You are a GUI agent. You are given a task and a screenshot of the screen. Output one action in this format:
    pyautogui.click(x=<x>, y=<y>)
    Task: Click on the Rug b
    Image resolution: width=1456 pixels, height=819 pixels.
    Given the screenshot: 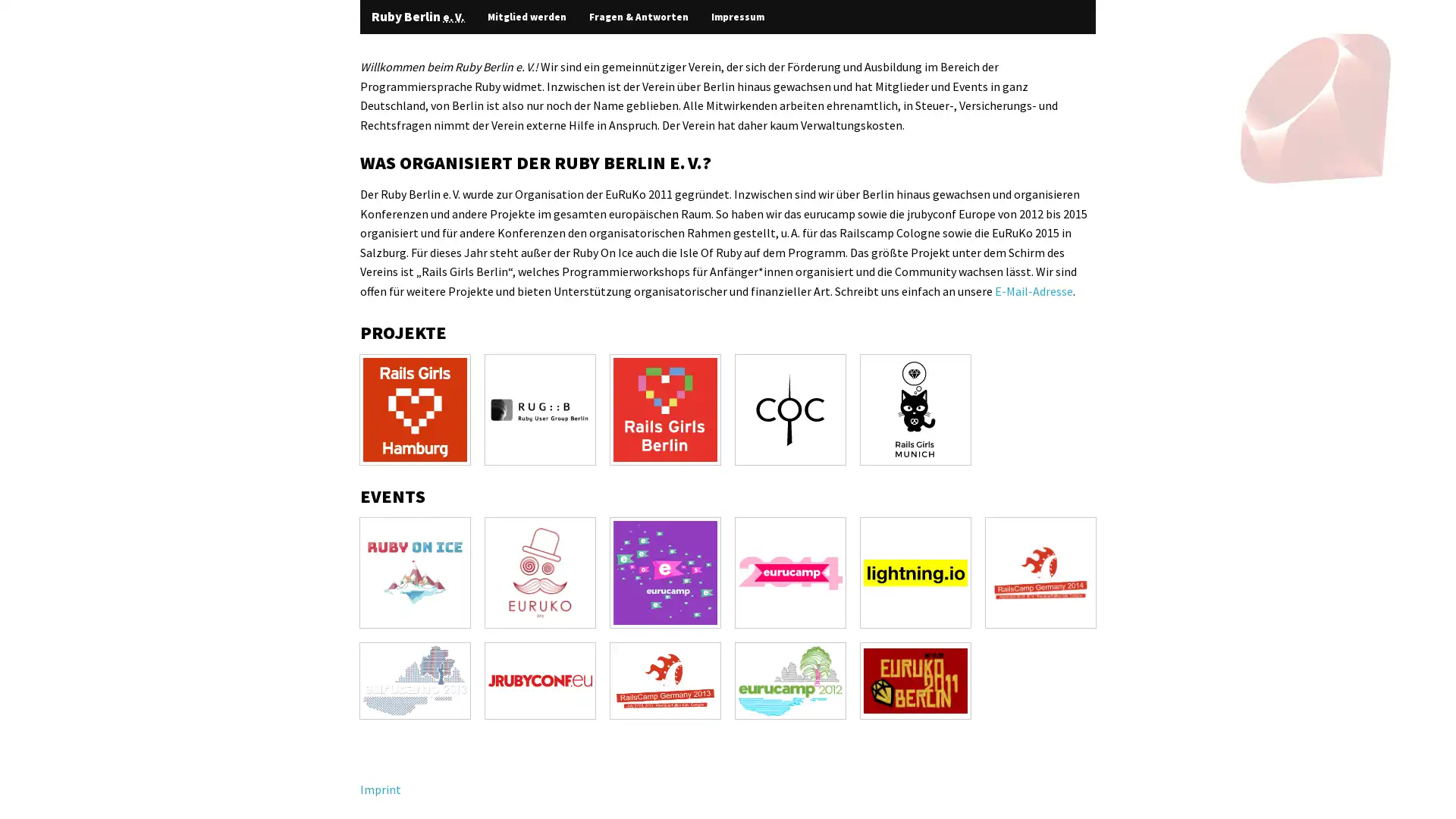 What is the action you would take?
    pyautogui.click(x=540, y=408)
    